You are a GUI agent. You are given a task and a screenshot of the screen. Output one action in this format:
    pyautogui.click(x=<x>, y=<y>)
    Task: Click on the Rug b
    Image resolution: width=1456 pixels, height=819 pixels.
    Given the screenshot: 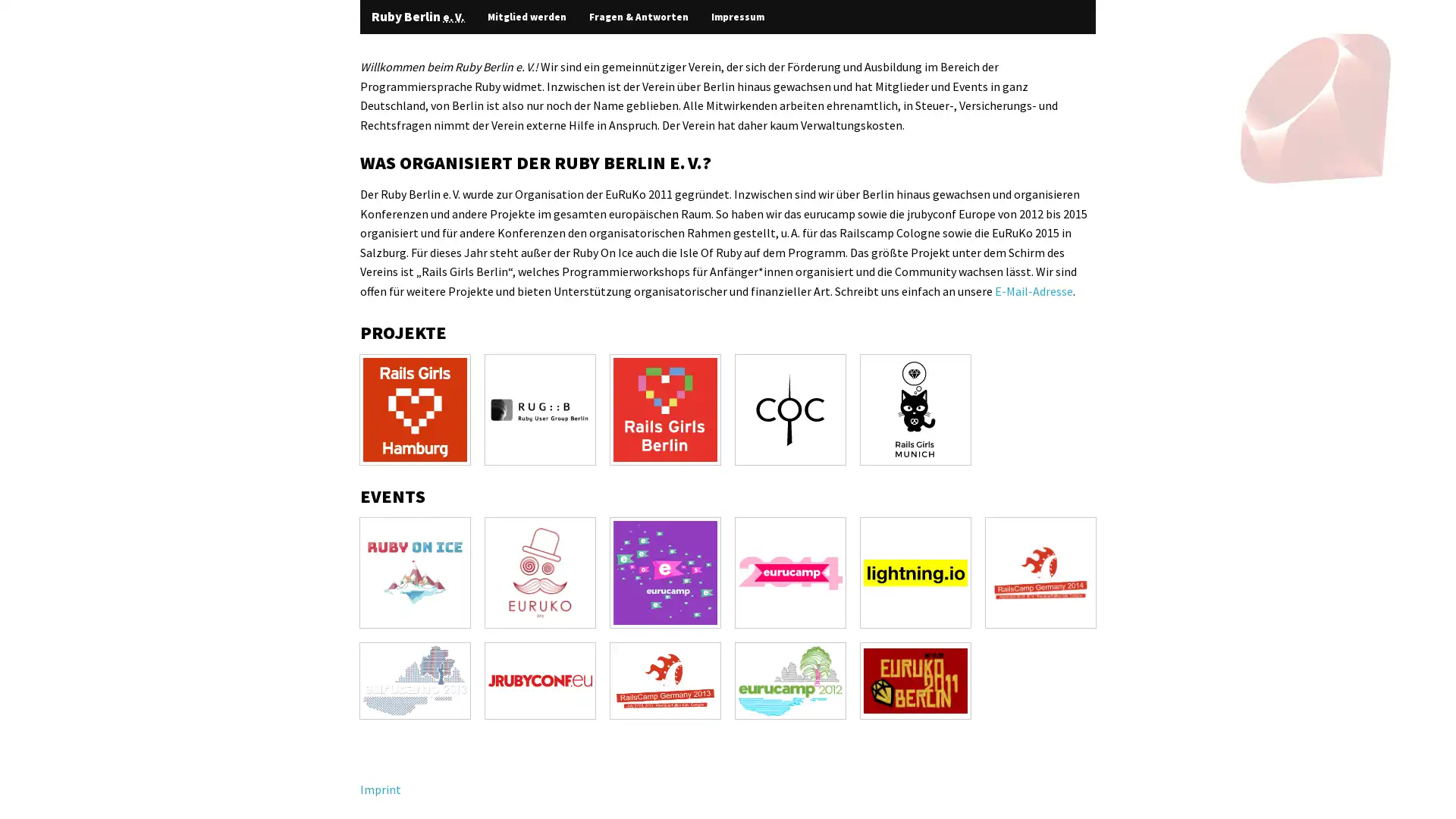 What is the action you would take?
    pyautogui.click(x=540, y=408)
    